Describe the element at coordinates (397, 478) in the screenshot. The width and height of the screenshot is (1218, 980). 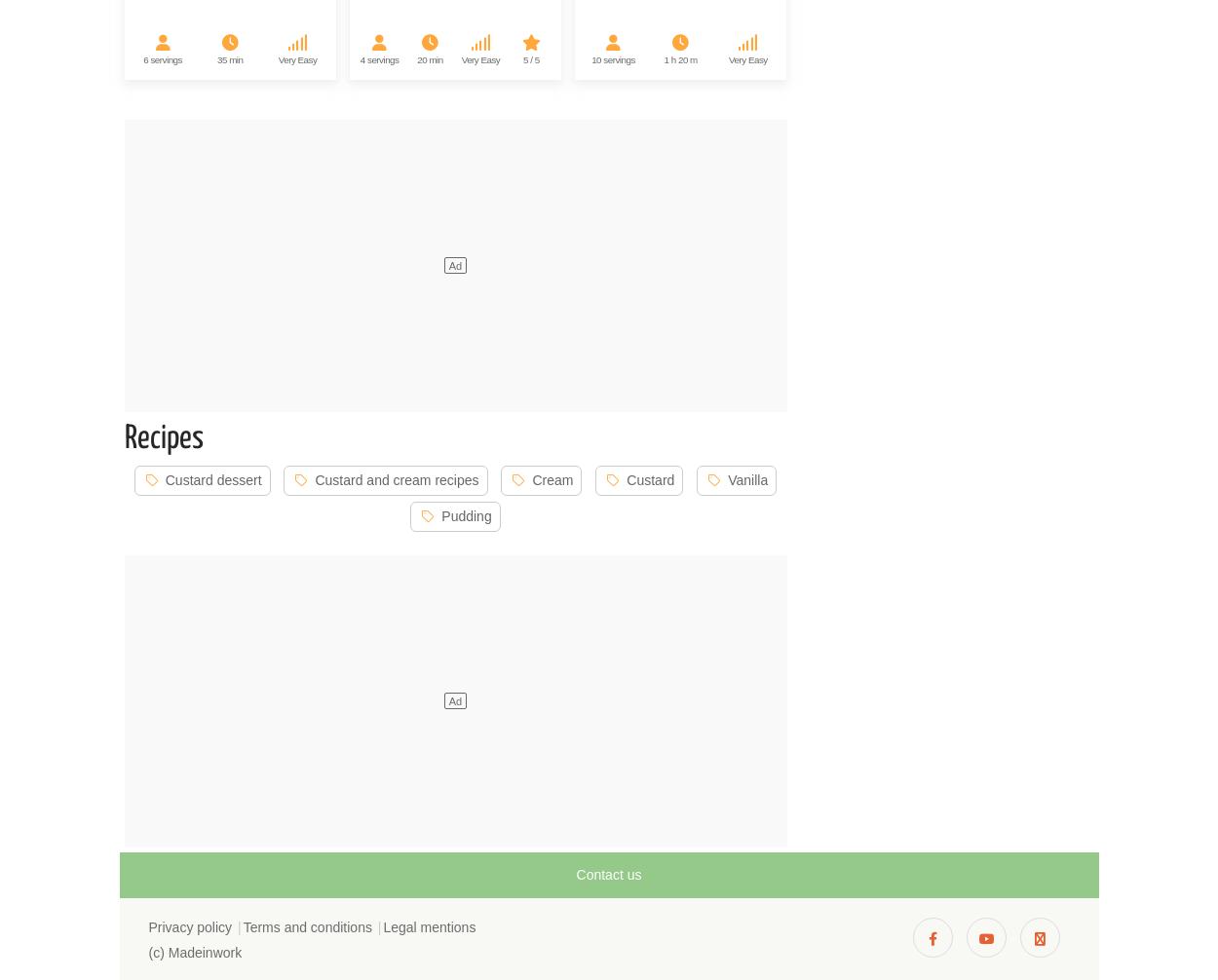
I see `'Custard and cream recipes'` at that location.